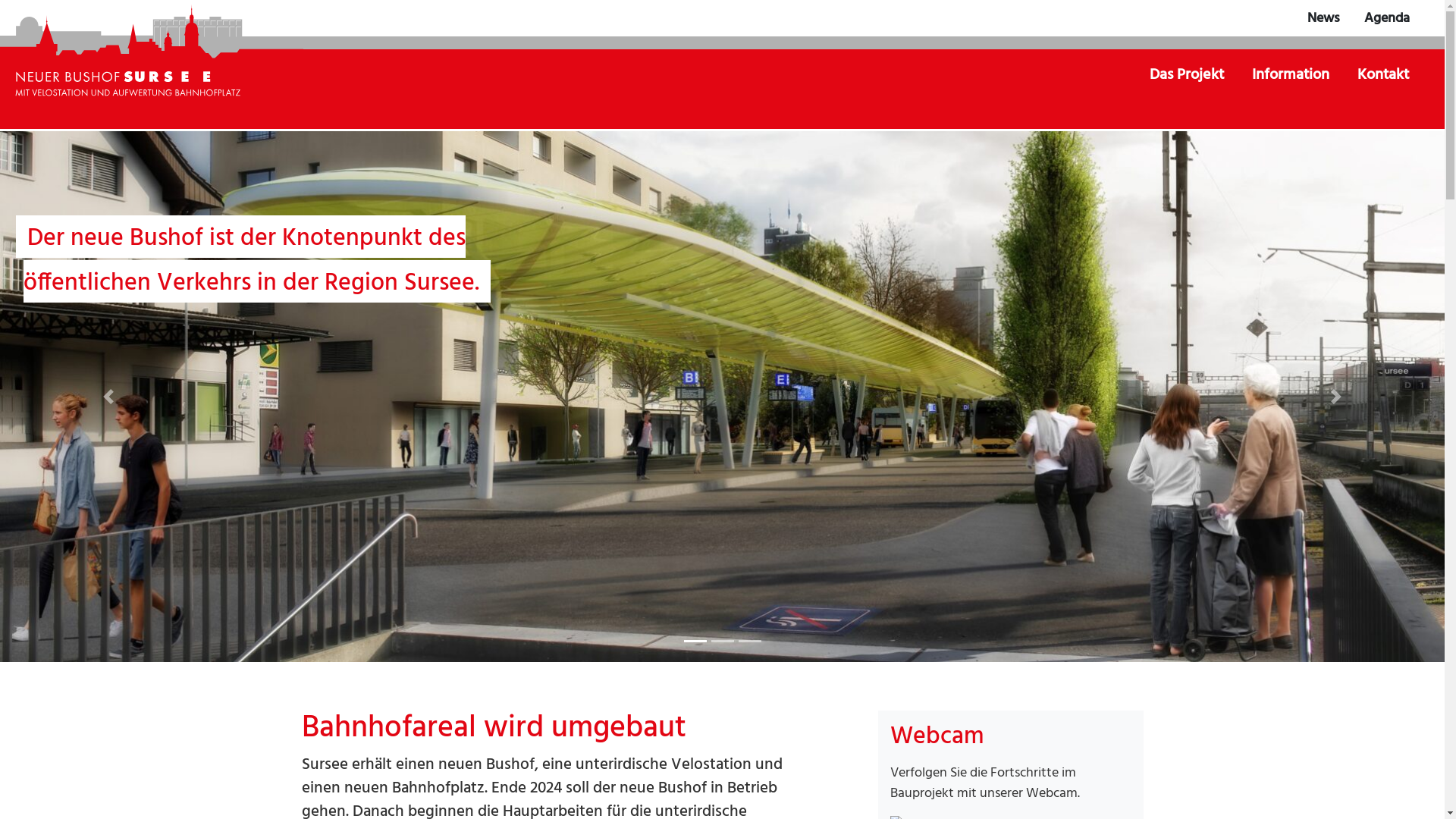 Image resolution: width=1456 pixels, height=819 pixels. Describe the element at coordinates (1383, 75) in the screenshot. I see `'Kontakt'` at that location.